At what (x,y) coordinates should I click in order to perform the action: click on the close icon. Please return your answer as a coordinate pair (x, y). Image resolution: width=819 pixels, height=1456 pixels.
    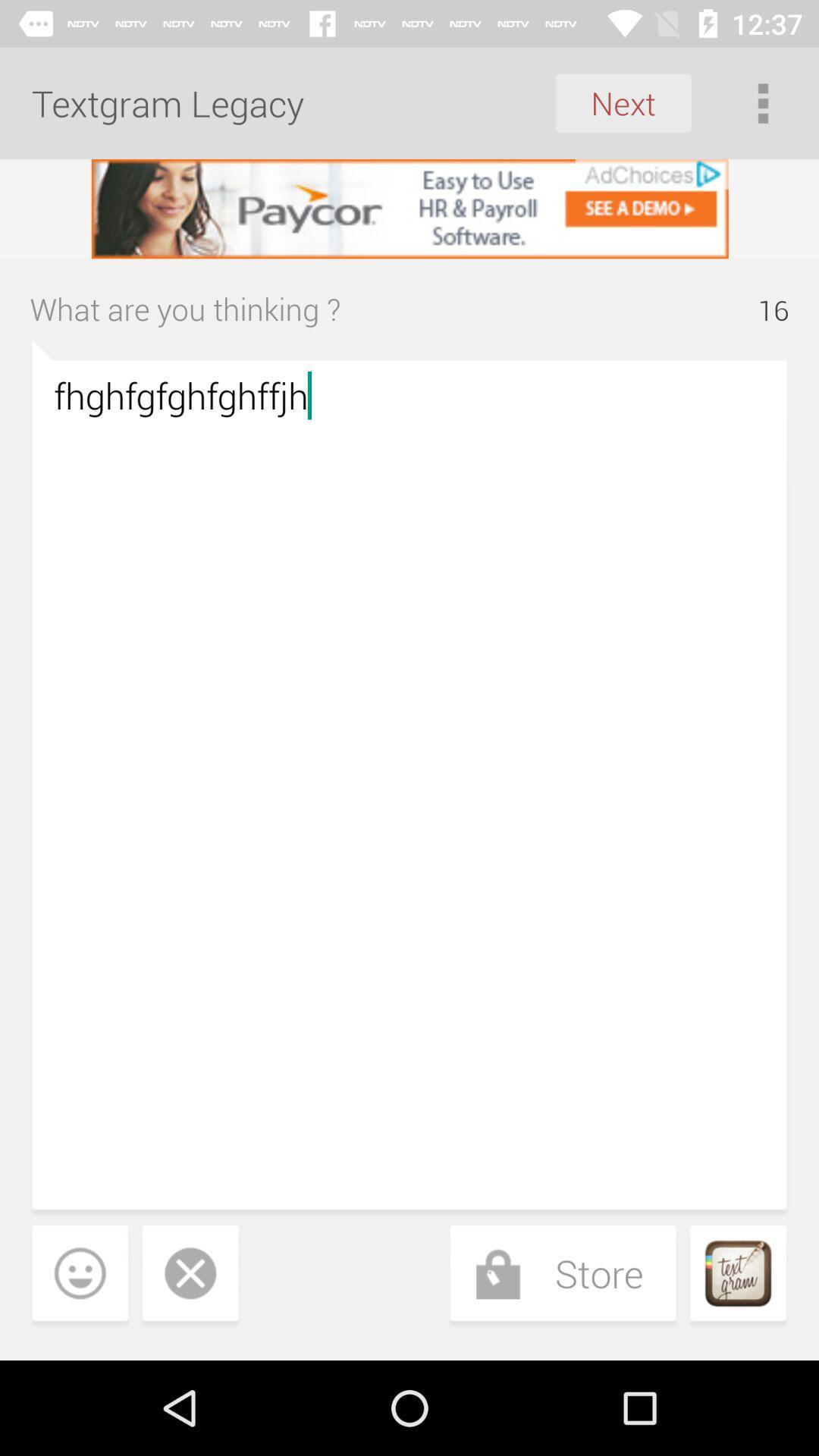
    Looking at the image, I should click on (190, 1276).